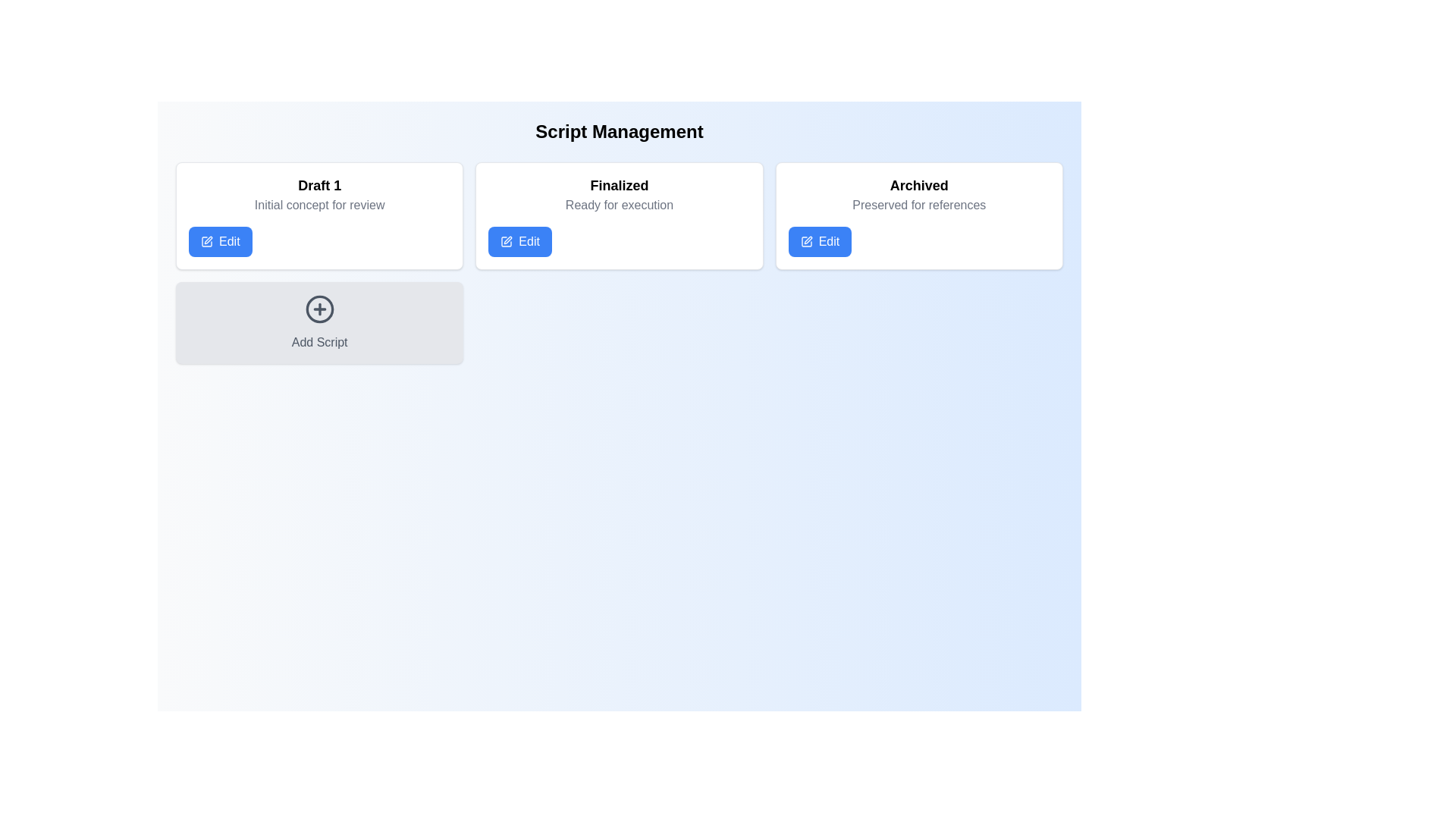 This screenshot has height=819, width=1456. What do you see at coordinates (805, 241) in the screenshot?
I see `outer border square of the SVG icon on the blue 'Edit' button in the 'Archived' section of the 'Script Management' interface using developer tools` at bounding box center [805, 241].